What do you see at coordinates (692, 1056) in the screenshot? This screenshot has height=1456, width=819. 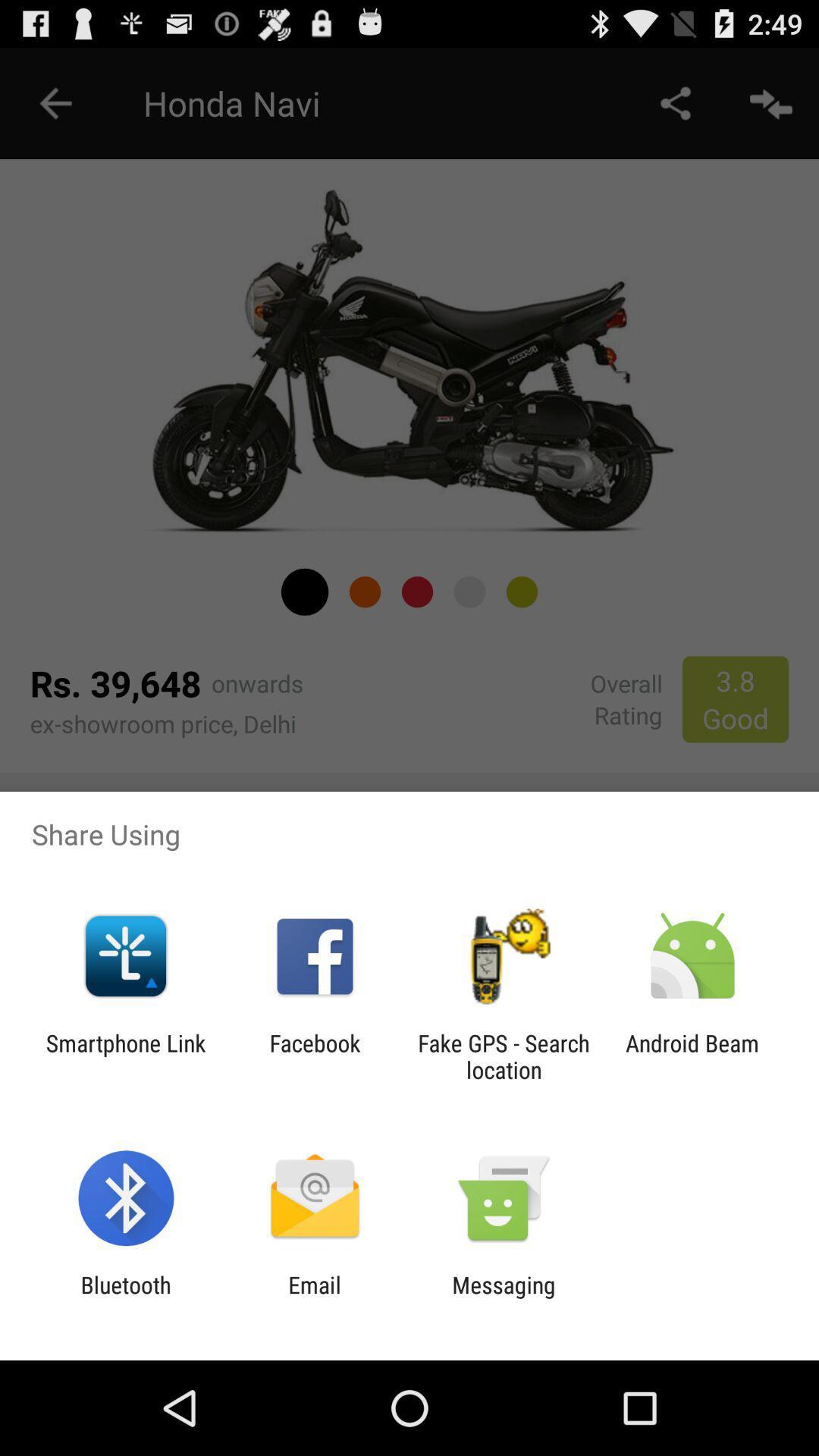 I see `the icon at the bottom right corner` at bounding box center [692, 1056].